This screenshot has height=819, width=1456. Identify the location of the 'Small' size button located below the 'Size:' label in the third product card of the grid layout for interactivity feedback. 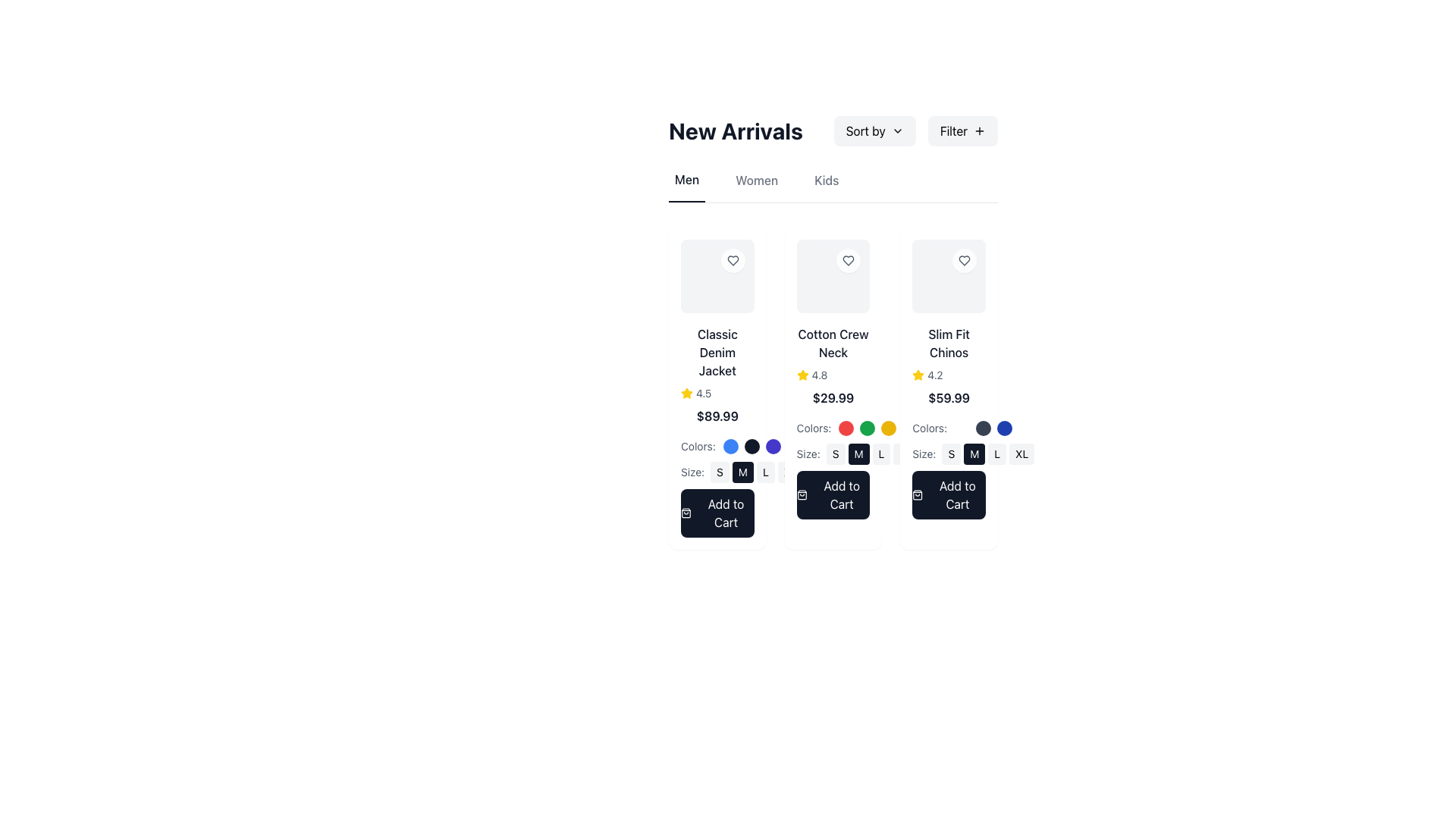
(950, 453).